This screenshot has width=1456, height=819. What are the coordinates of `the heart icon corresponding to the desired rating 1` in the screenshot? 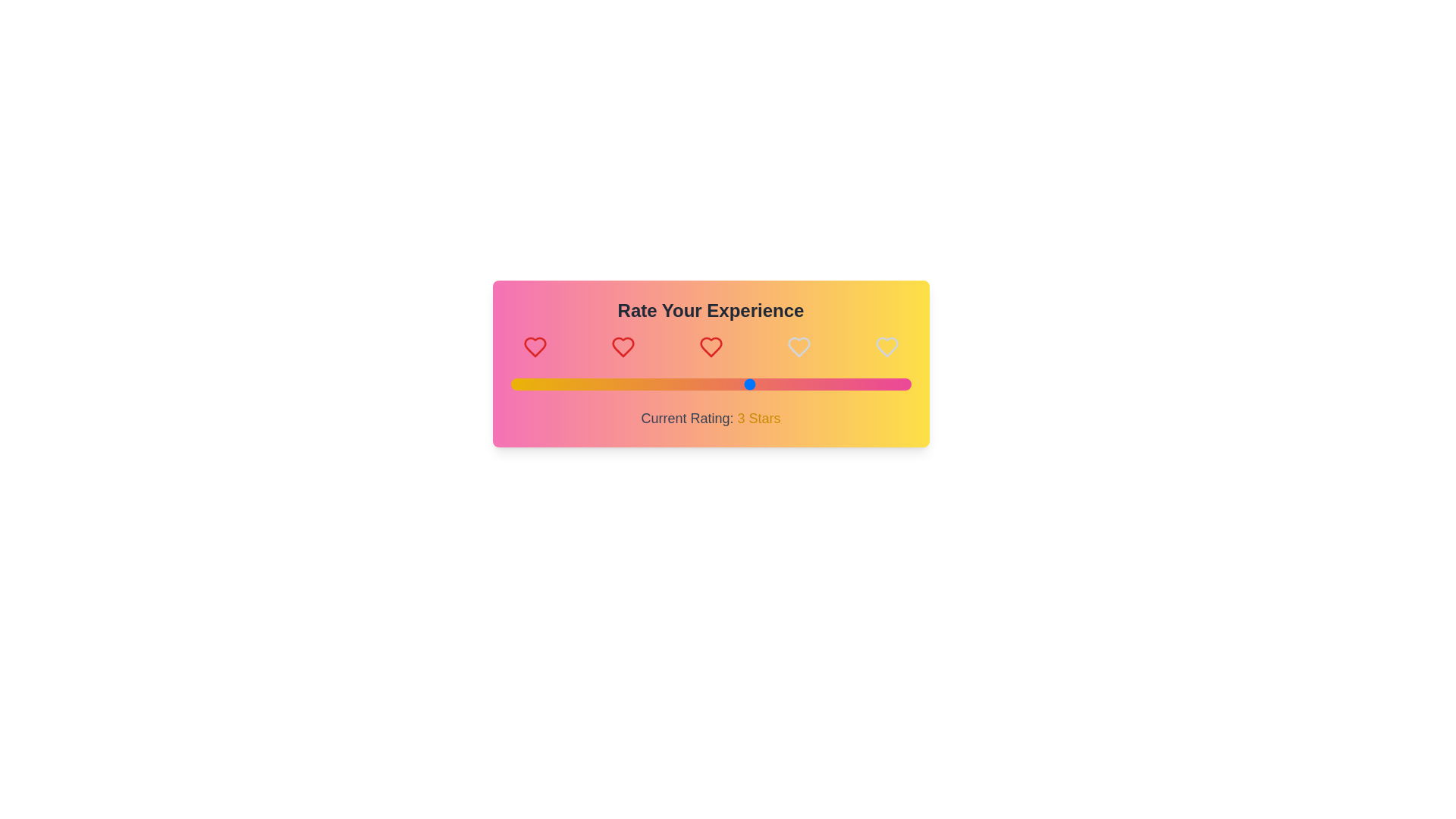 It's located at (535, 347).